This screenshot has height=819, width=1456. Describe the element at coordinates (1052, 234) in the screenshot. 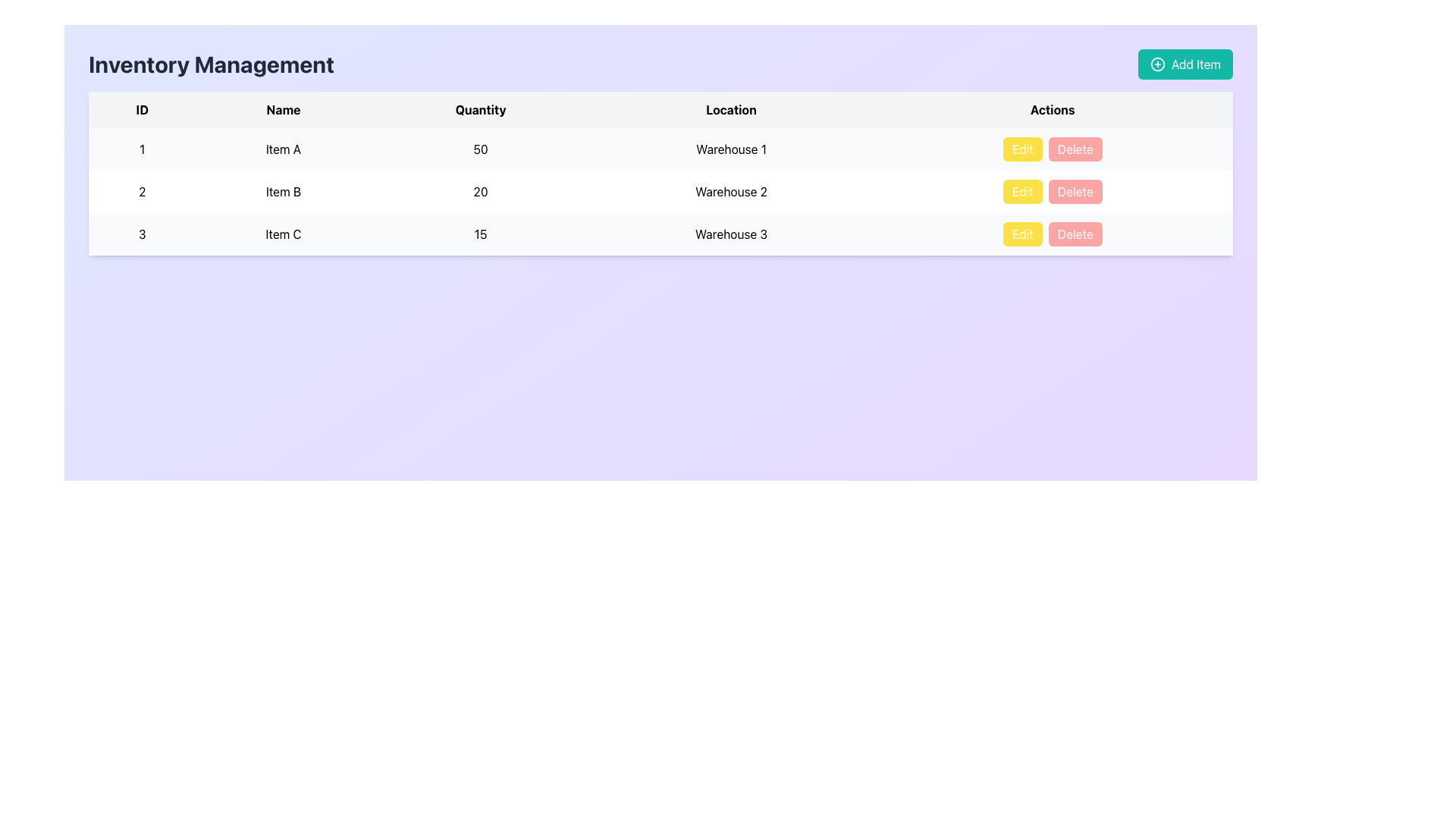

I see `the 'Edit' button in the actions column of the third row associated with 'Item C' to modify its details` at that location.